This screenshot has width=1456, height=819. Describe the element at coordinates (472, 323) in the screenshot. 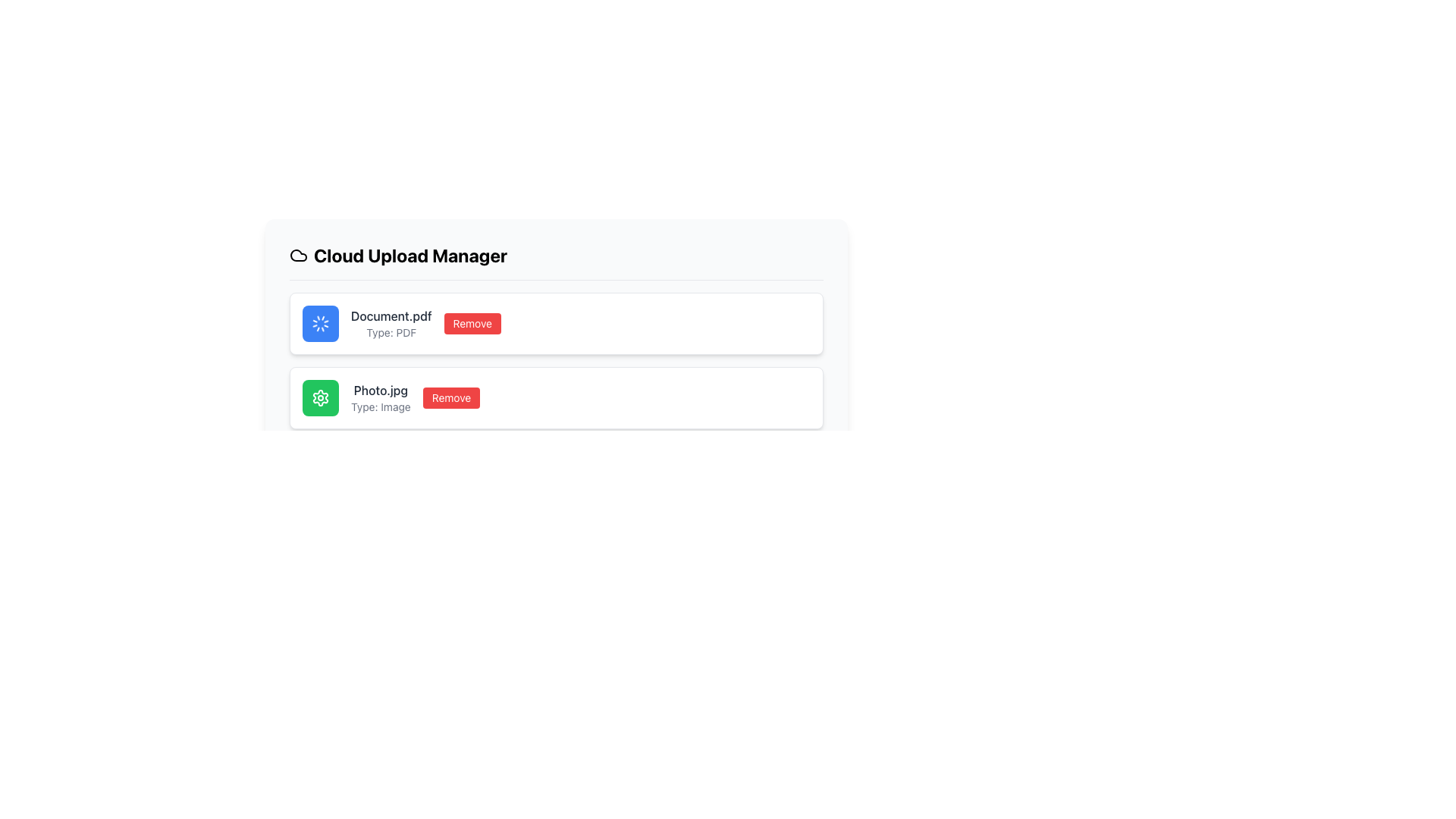

I see `the 'Remove' button with white text on a red background` at that location.